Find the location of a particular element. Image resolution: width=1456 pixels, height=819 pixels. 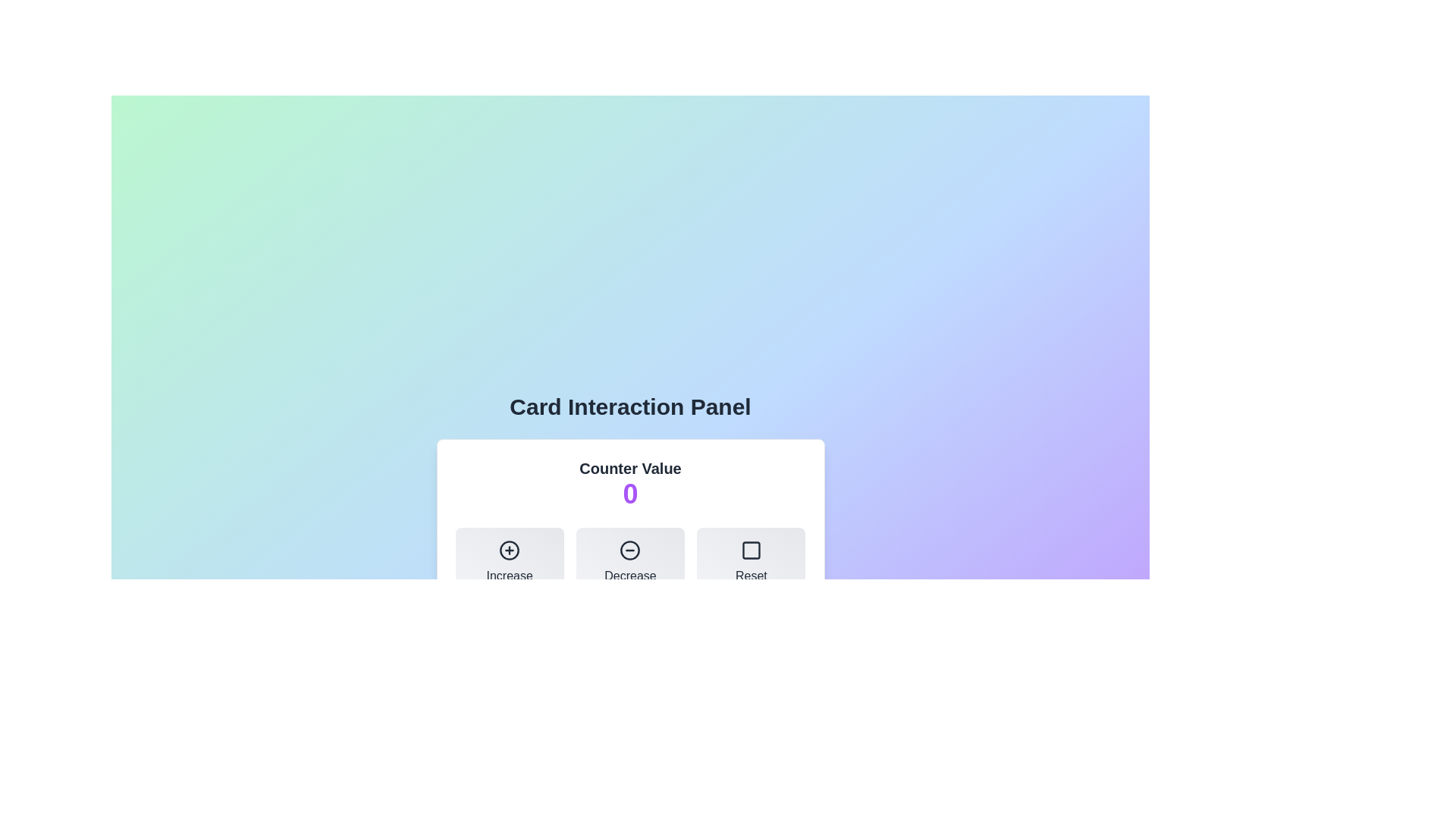

the icon located at the top center of the 'Increase' button, which indicates an action to increment a count or value is located at coordinates (510, 550).